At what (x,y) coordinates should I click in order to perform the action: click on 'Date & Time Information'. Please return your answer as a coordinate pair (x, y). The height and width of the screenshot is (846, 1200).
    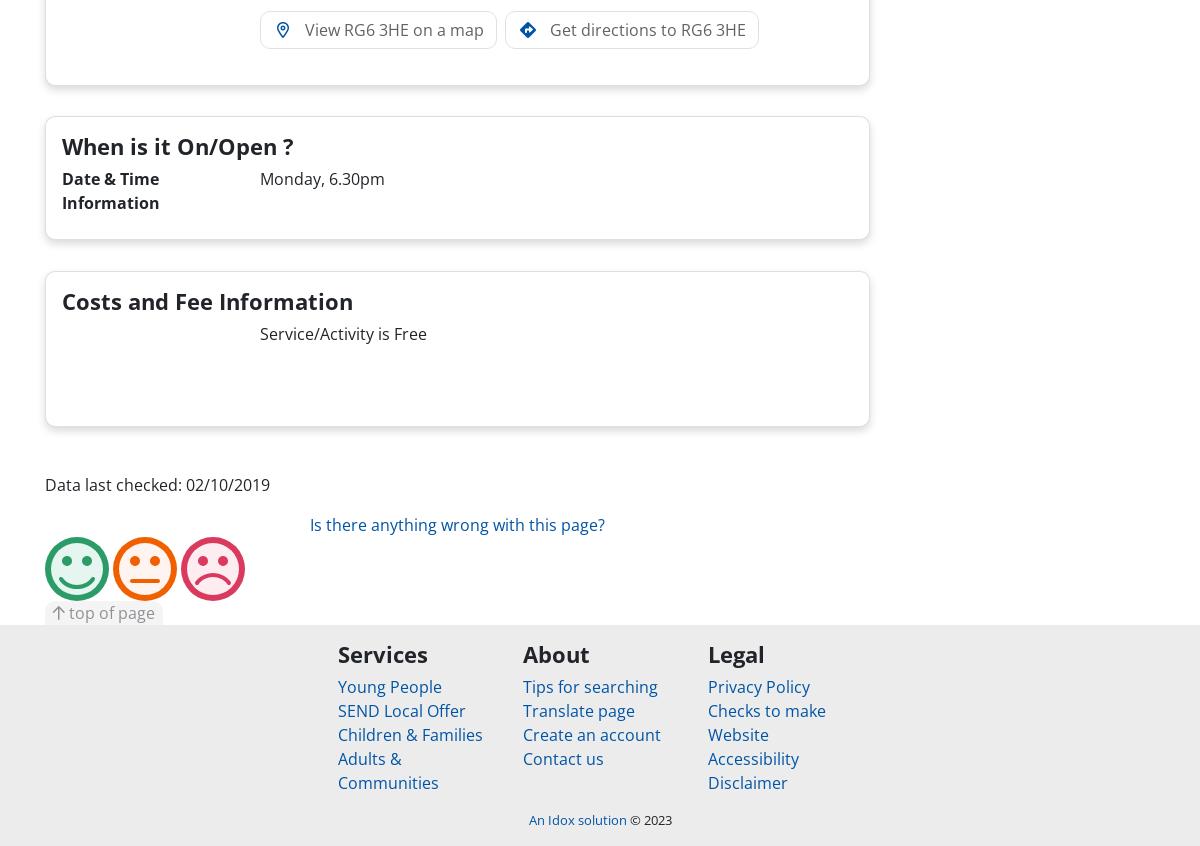
    Looking at the image, I should click on (111, 190).